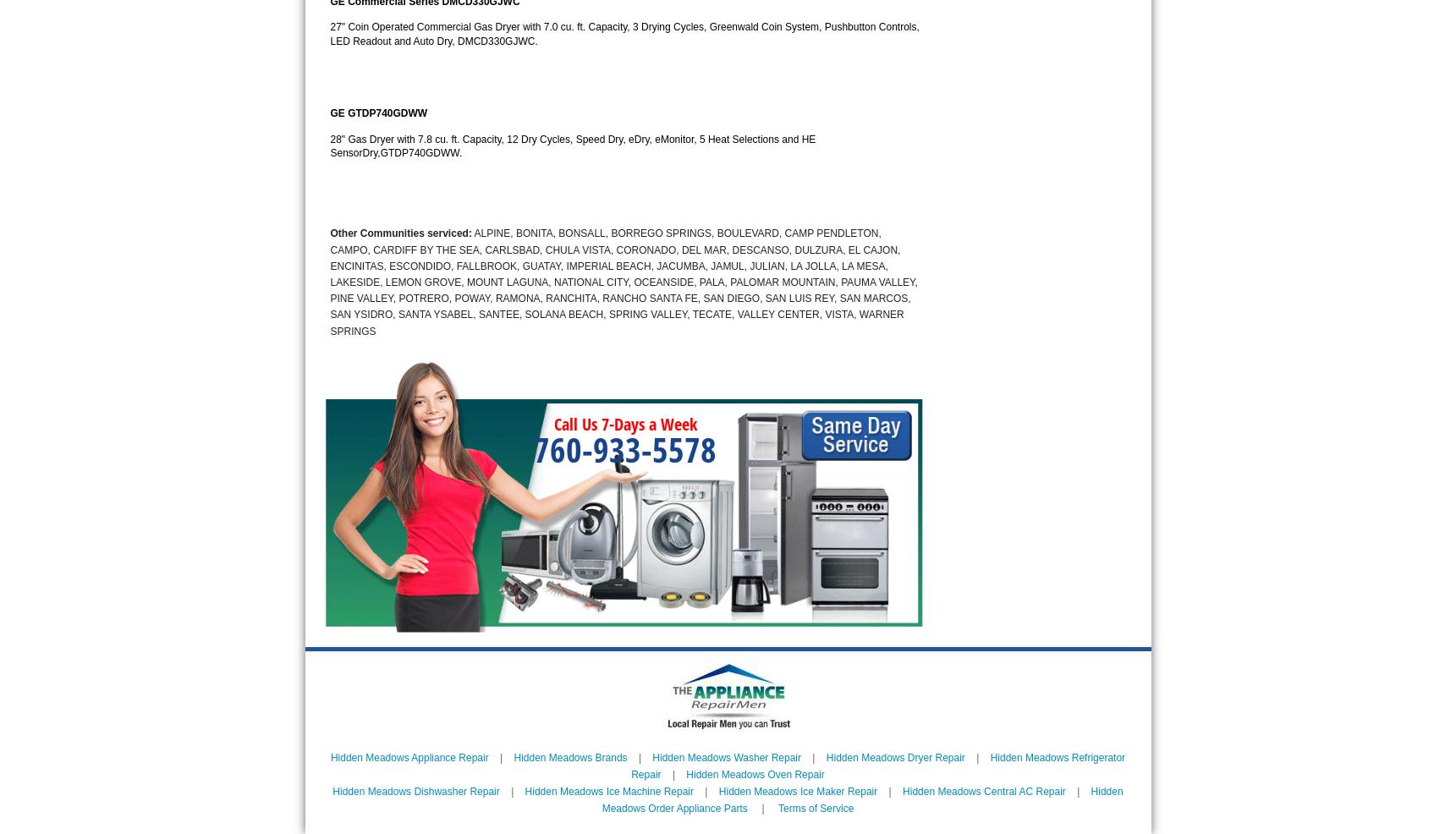 The image size is (1456, 834). Describe the element at coordinates (814, 808) in the screenshot. I see `'Terms of Service'` at that location.